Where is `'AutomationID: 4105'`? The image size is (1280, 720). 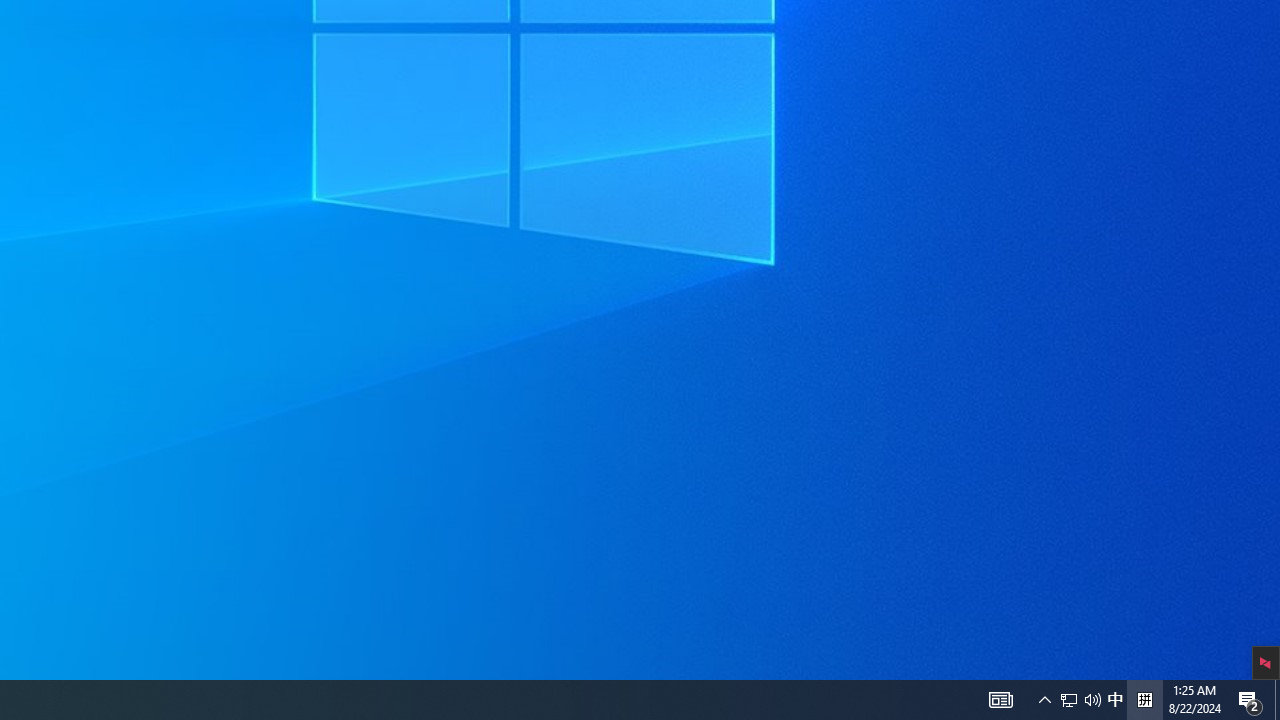 'AutomationID: 4105' is located at coordinates (1044, 698).